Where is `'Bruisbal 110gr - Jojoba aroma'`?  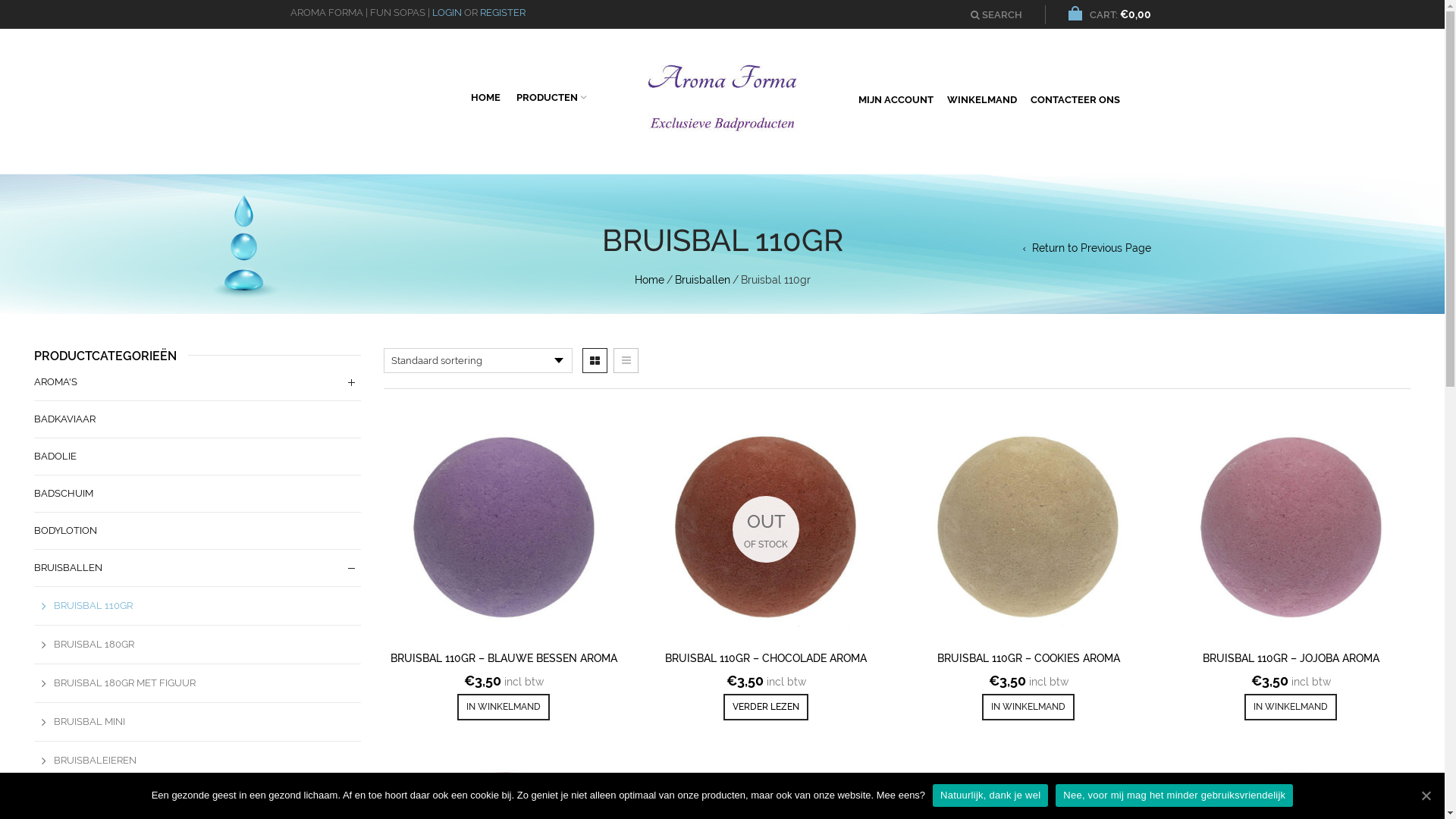 'Bruisbal 110gr - Jojoba aroma' is located at coordinates (1290, 529).